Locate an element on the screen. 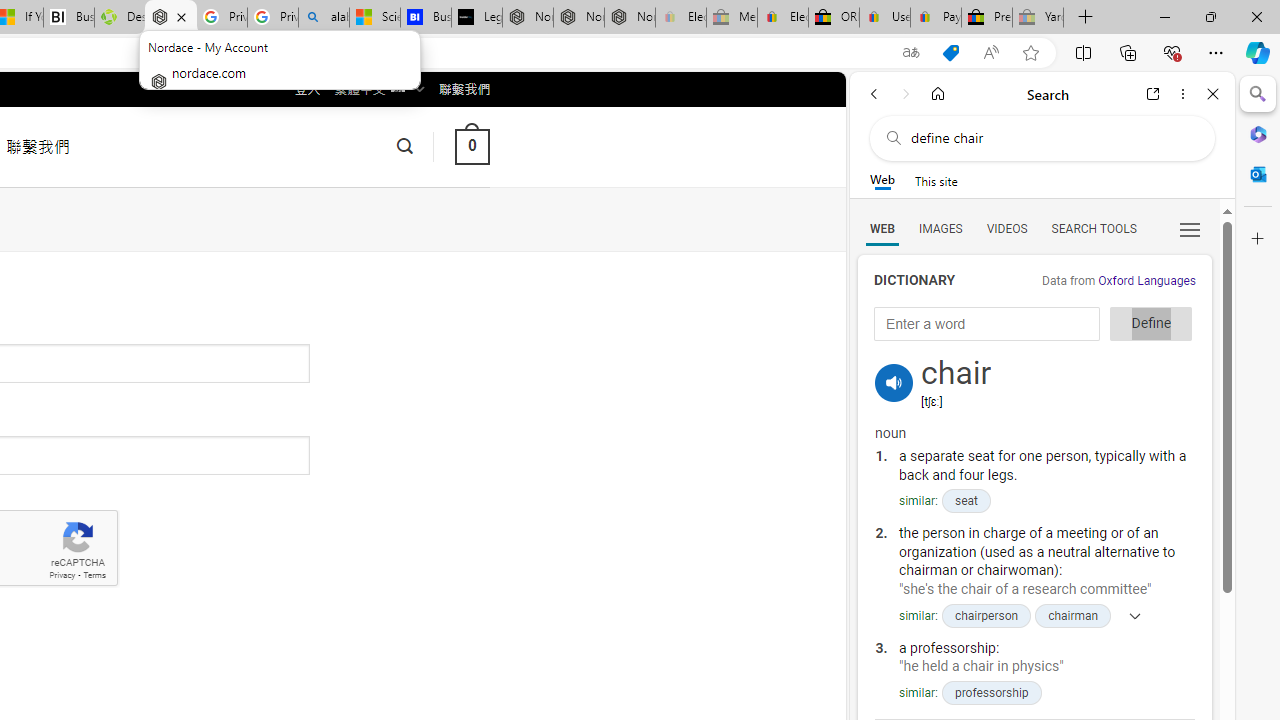 The image size is (1280, 720). 'Oxford Languages' is located at coordinates (1146, 281).